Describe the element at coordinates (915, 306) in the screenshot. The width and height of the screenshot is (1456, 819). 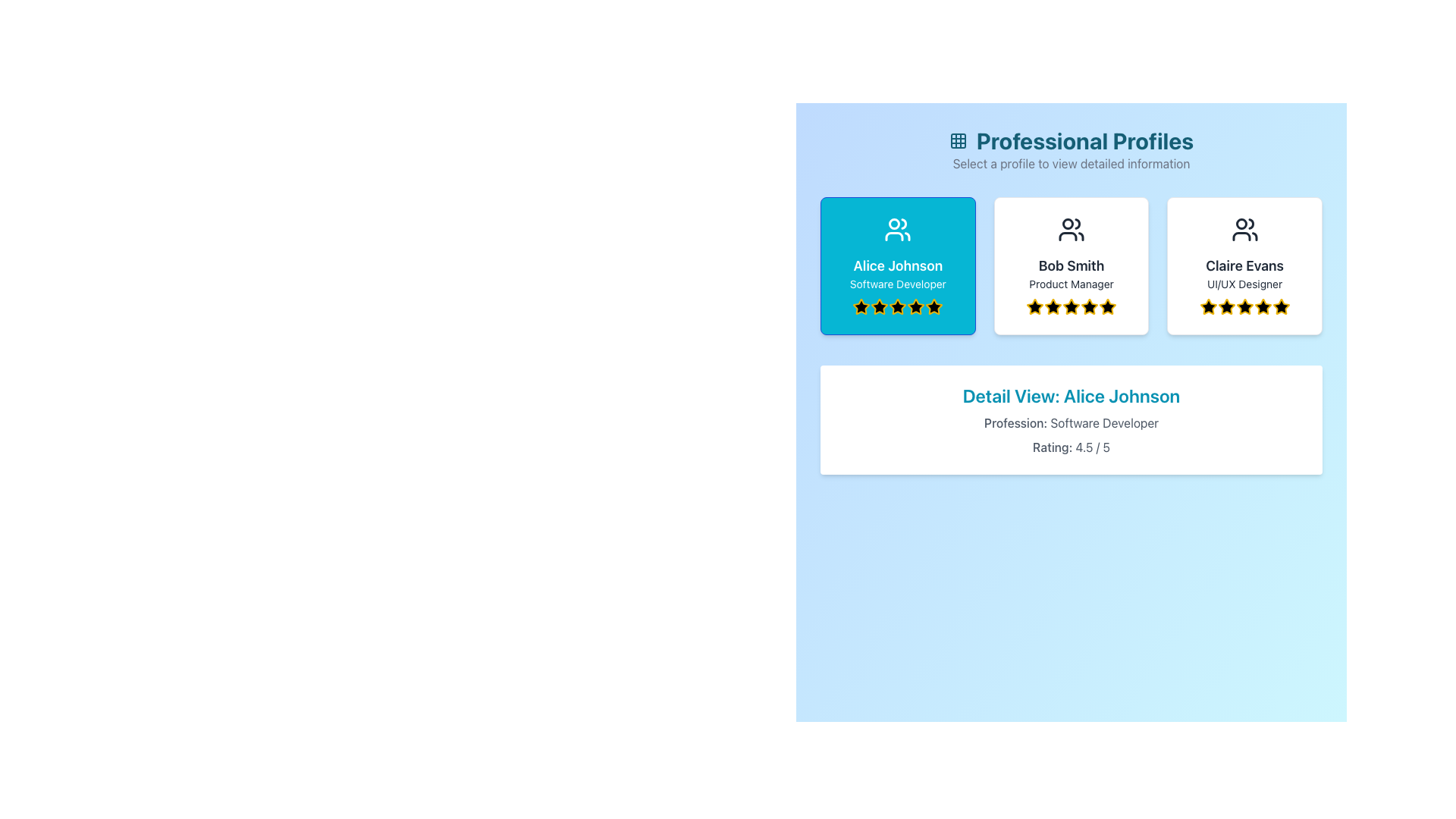
I see `the fifth star icon in the rating system located beneath the card displaying 'Alice Johnson - Software Developer'` at that location.